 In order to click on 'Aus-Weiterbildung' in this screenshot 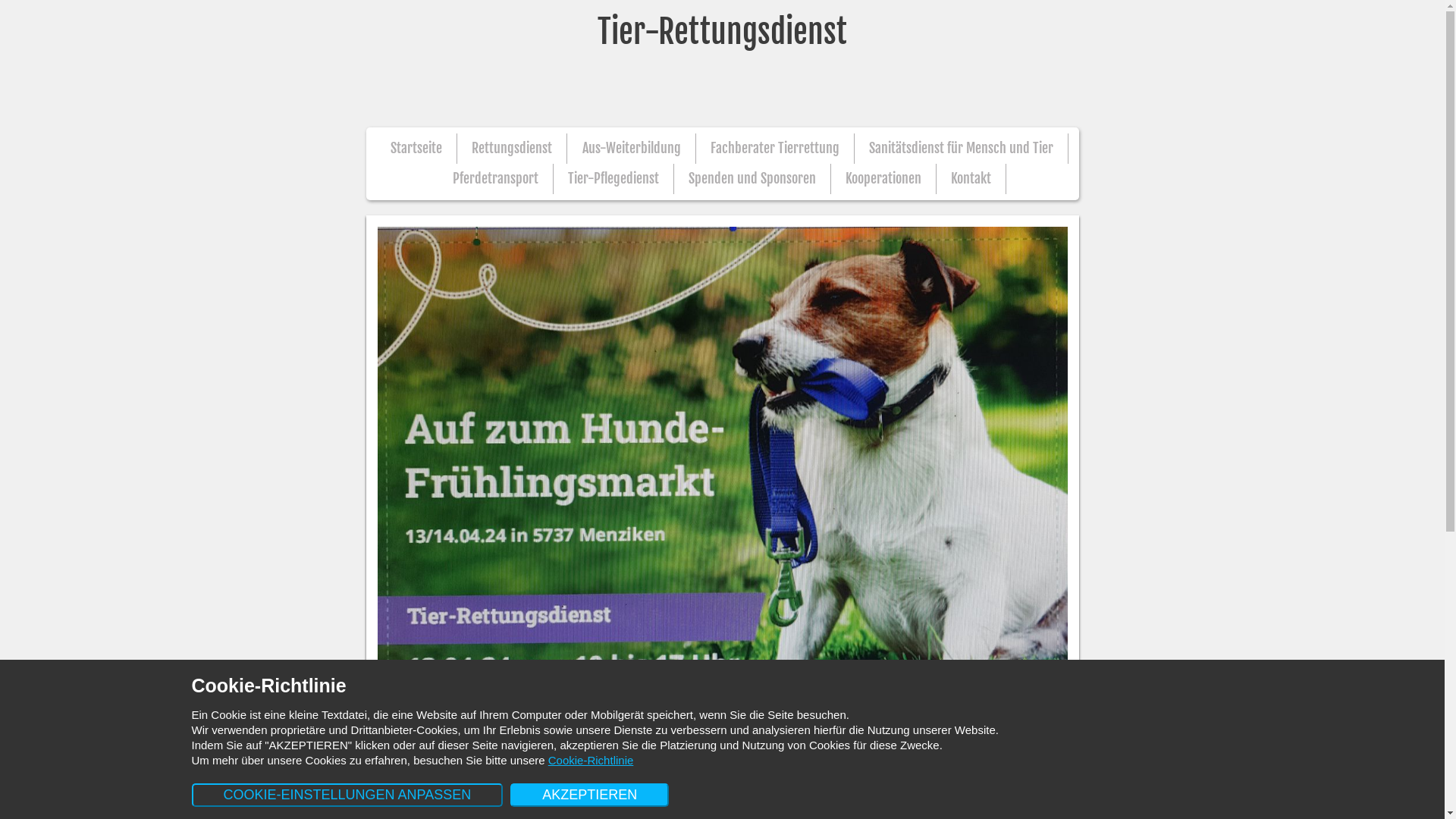, I will do `click(632, 149)`.